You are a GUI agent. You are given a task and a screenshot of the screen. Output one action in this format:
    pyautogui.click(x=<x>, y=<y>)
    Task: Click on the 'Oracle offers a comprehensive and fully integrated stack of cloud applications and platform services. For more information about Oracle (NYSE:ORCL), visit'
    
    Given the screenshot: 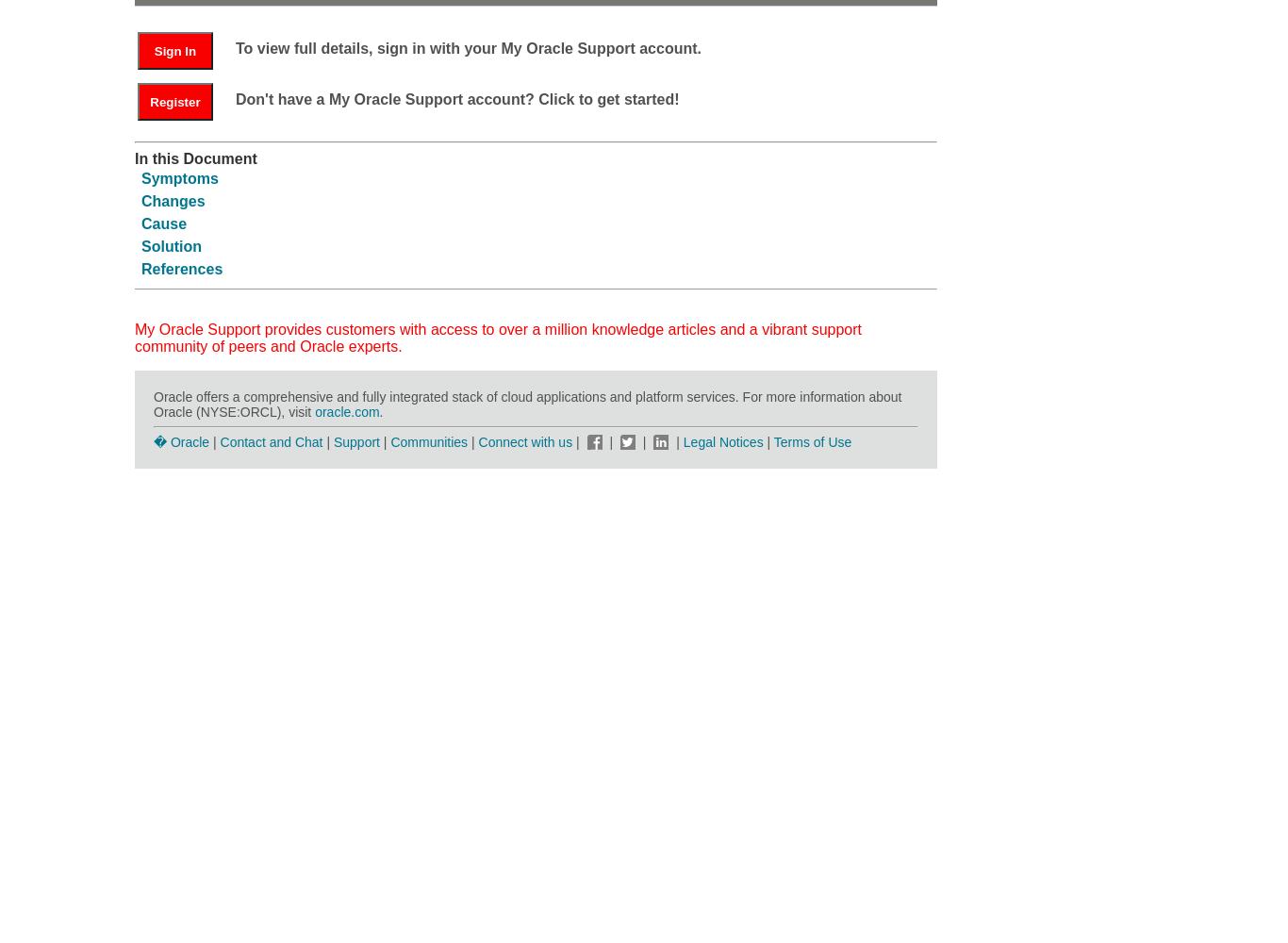 What is the action you would take?
    pyautogui.click(x=527, y=404)
    